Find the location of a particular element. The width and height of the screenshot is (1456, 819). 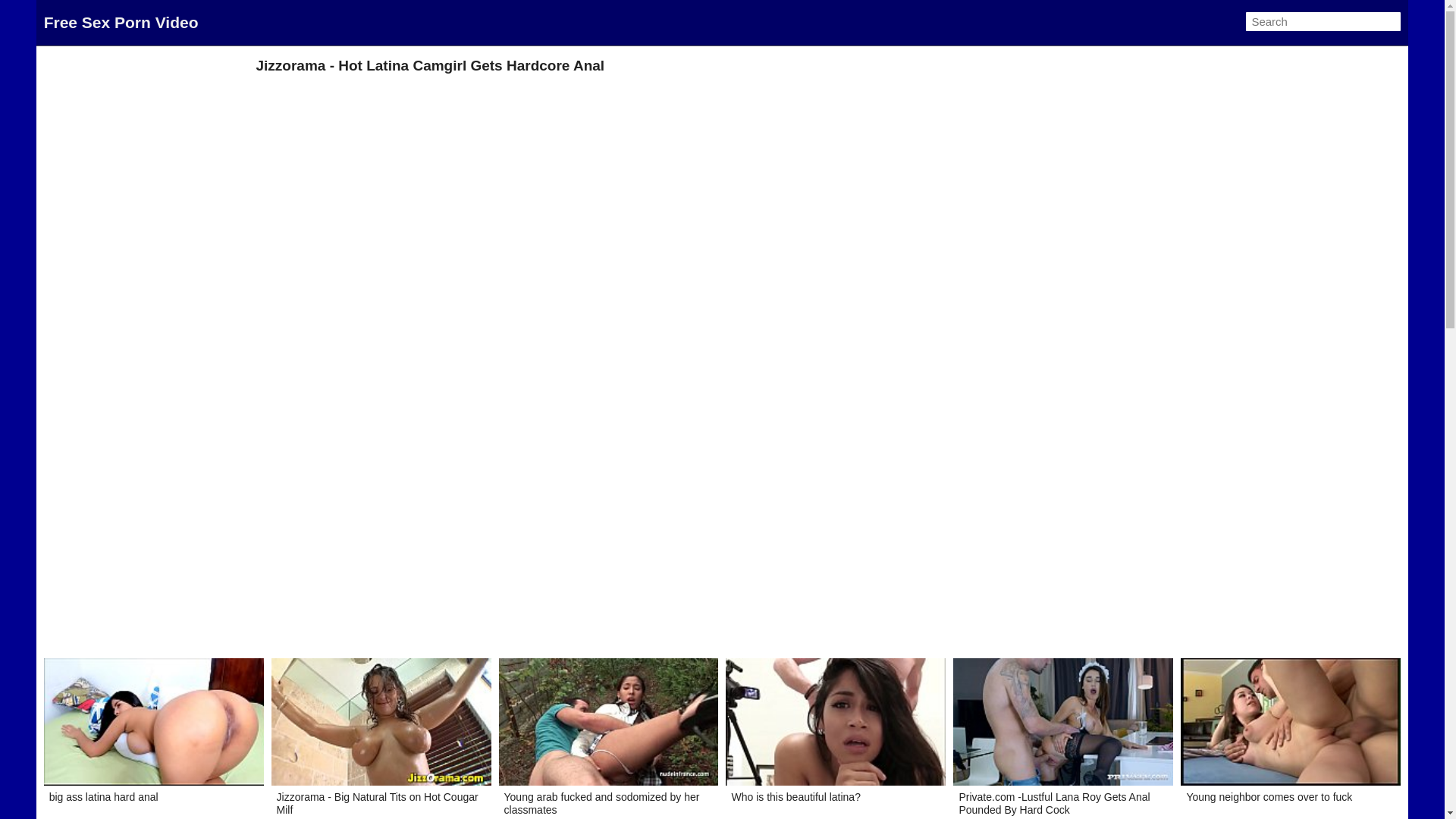

'Free Sex Porn Video' is located at coordinates (120, 22).